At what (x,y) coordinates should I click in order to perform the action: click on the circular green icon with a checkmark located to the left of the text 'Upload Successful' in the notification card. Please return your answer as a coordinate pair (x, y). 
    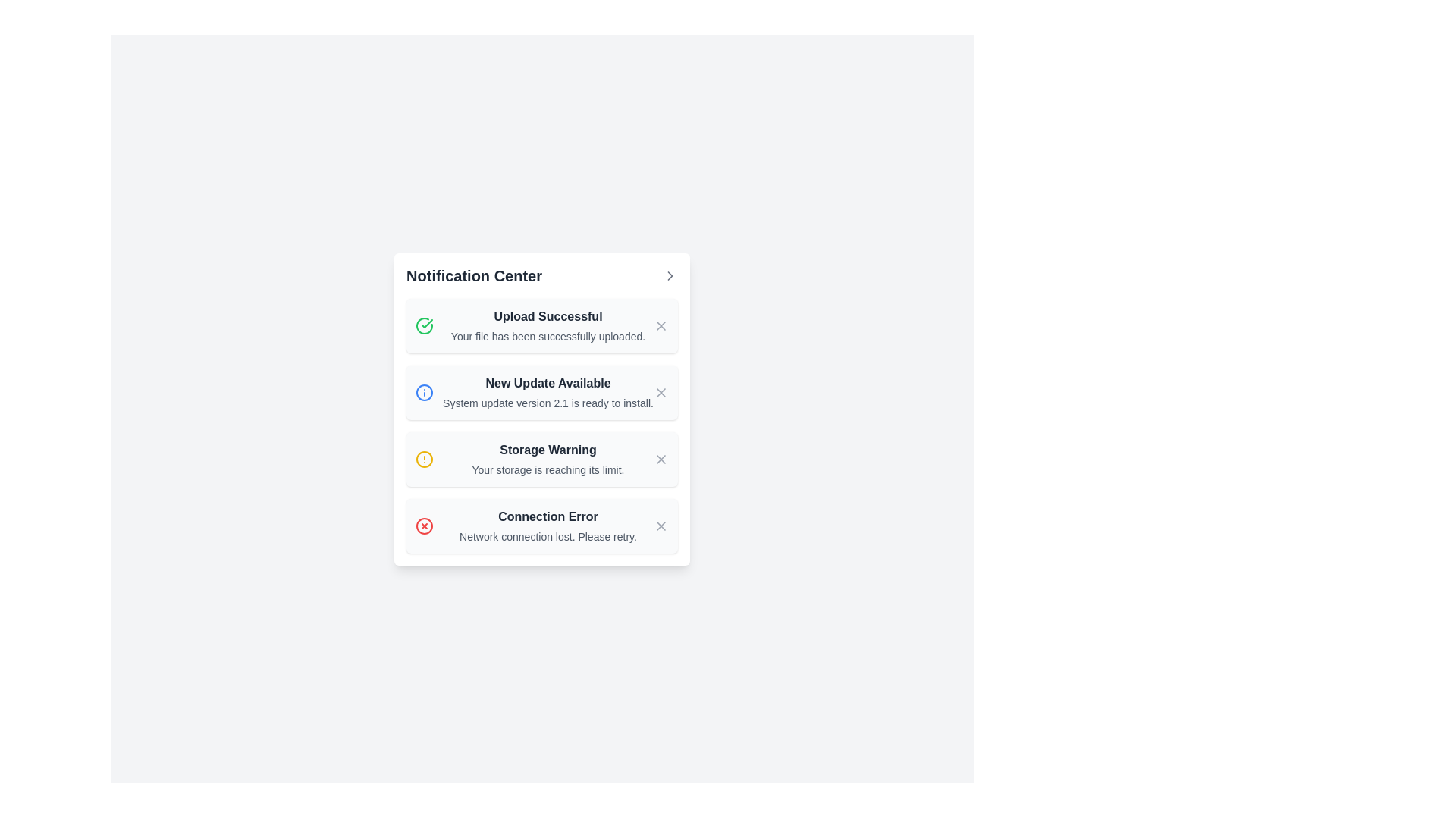
    Looking at the image, I should click on (425, 325).